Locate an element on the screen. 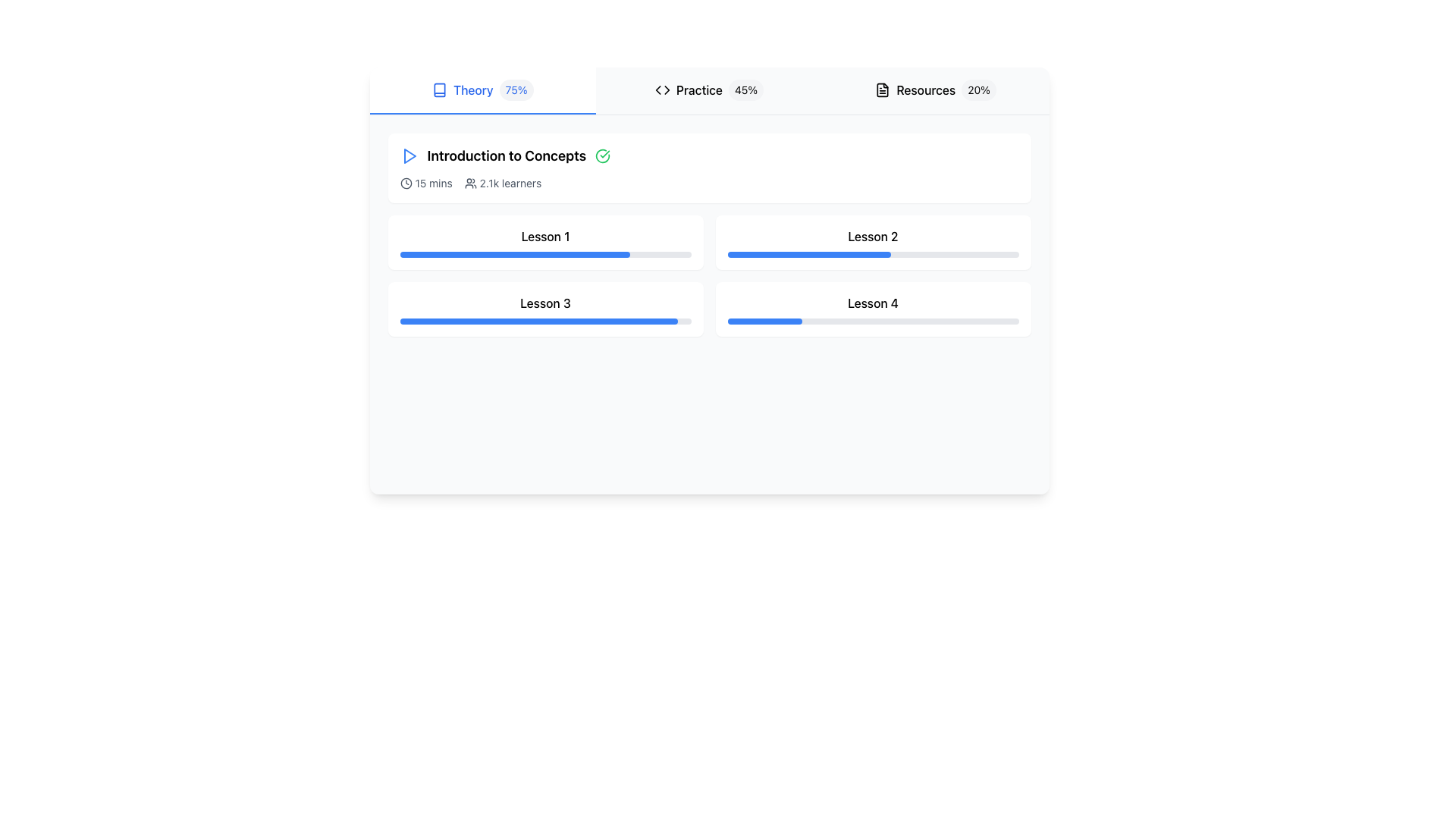 Image resolution: width=1456 pixels, height=819 pixels. text label '15 mins' which is displayed next to a time icon, located under the title 'Introduction to Concepts' is located at coordinates (425, 183).